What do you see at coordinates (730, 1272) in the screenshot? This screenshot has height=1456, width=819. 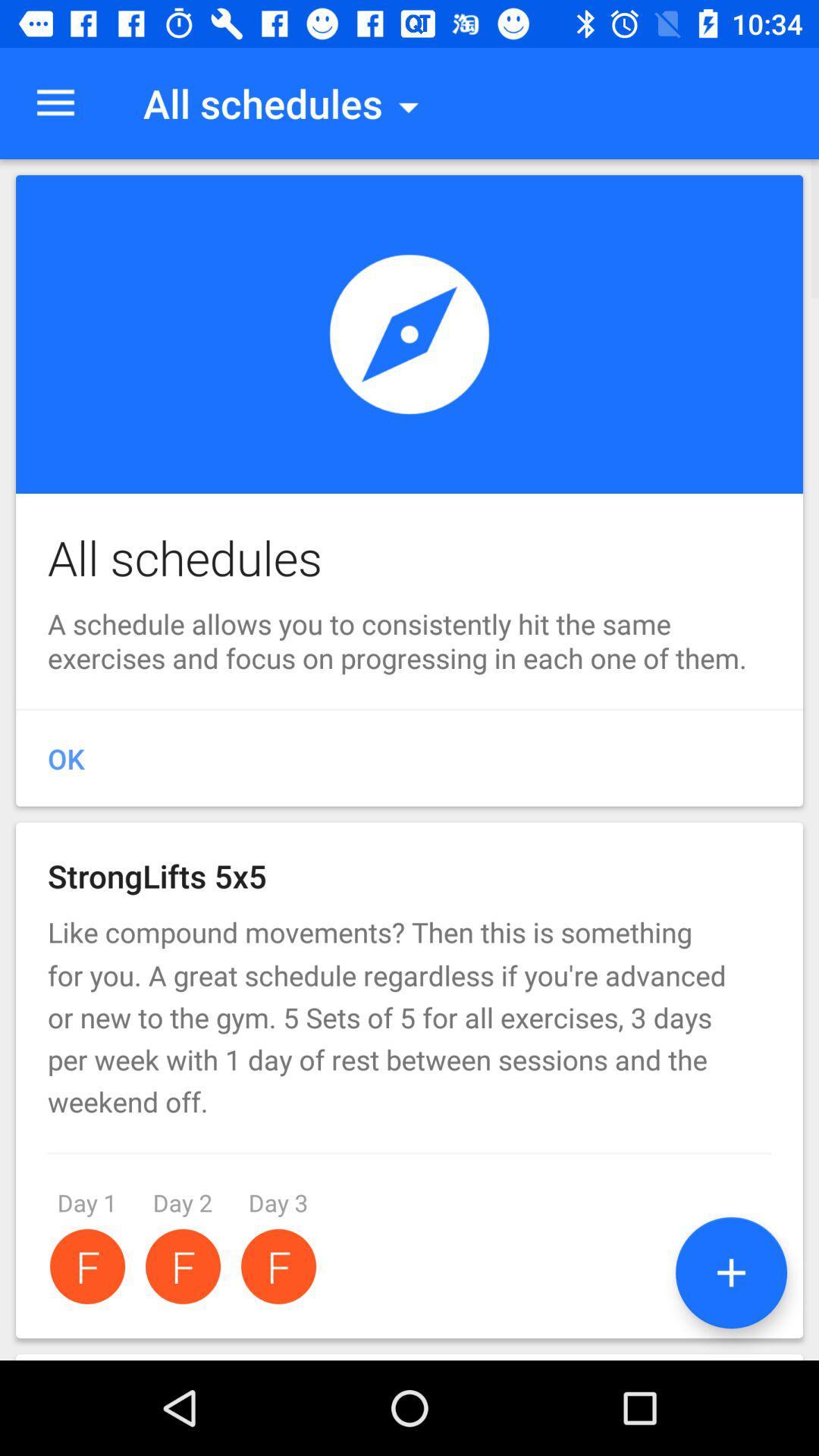 I see `the add icon` at bounding box center [730, 1272].